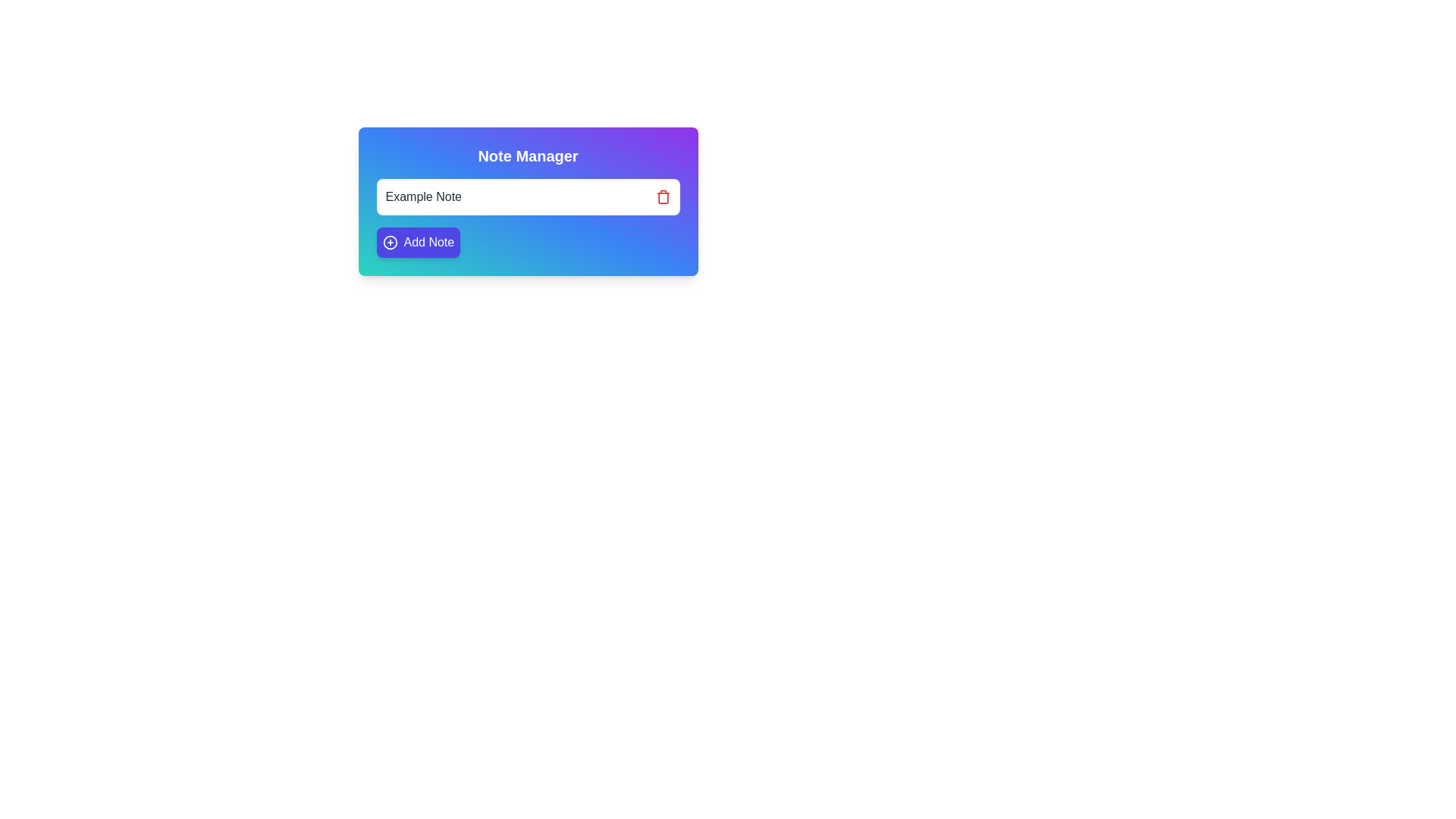 The height and width of the screenshot is (819, 1456). I want to click on the 'Add Note' button located at the bottom-left of the card with a gradient background transitioning from teal to purple, positioned below the 'Example Note' input field, to observe its hover effects, so click(418, 242).